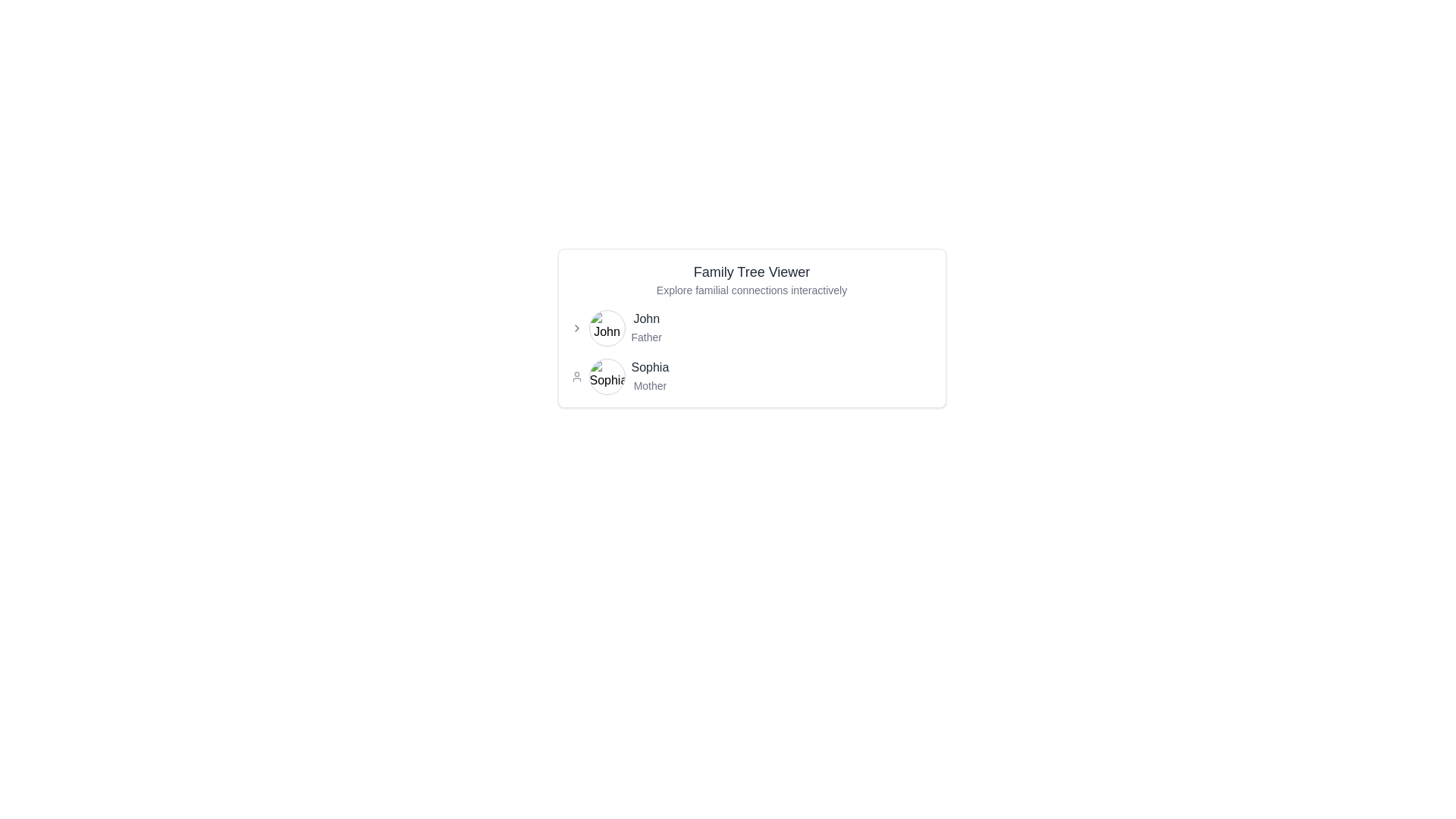  What do you see at coordinates (752, 290) in the screenshot?
I see `the text label displaying 'Explore familial connections interactively', which is positioned below the title 'Family Tree Viewer'` at bounding box center [752, 290].